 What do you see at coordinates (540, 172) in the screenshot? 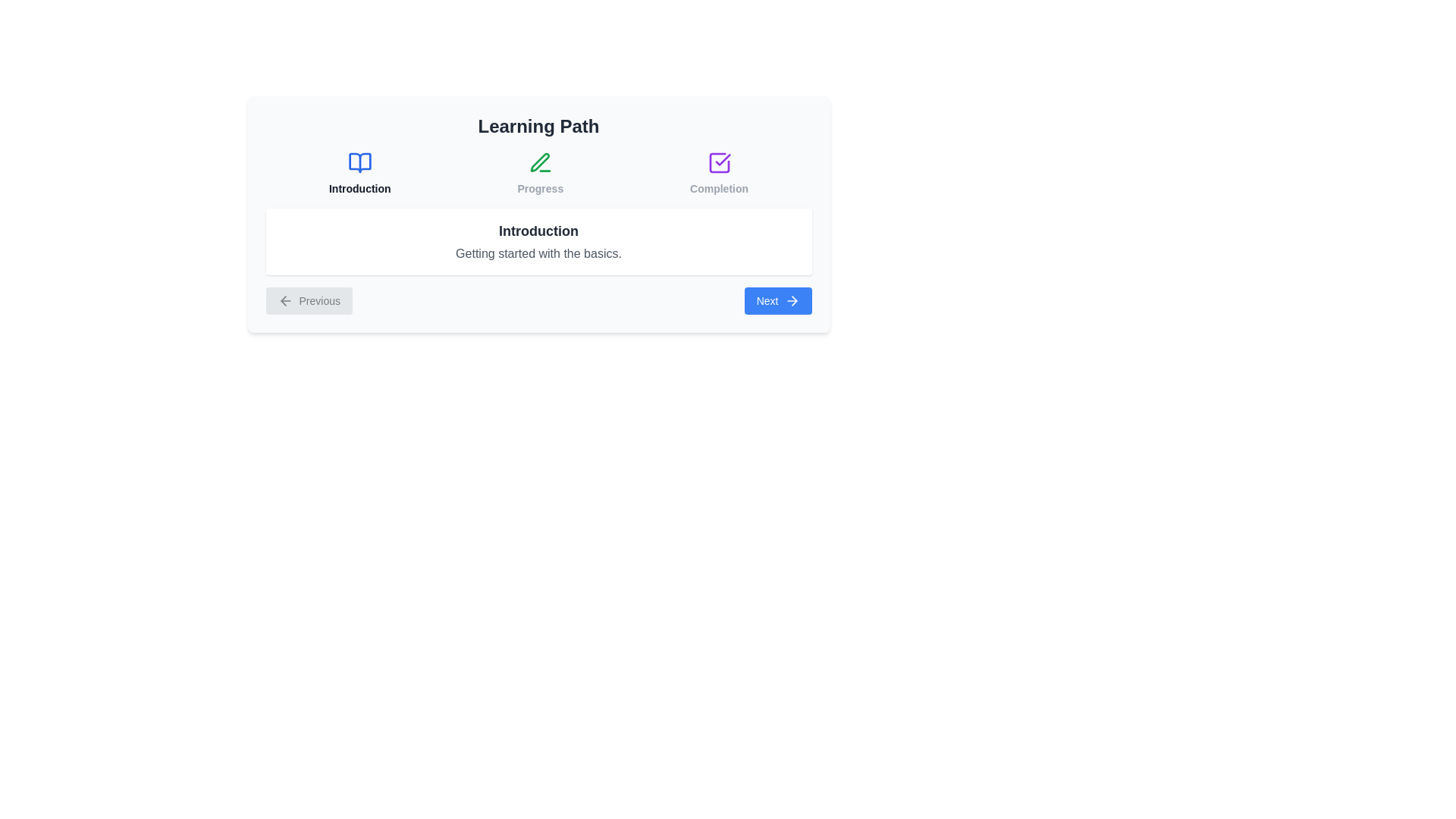
I see `the topic labeled Progress to inspect its icon and label` at bounding box center [540, 172].